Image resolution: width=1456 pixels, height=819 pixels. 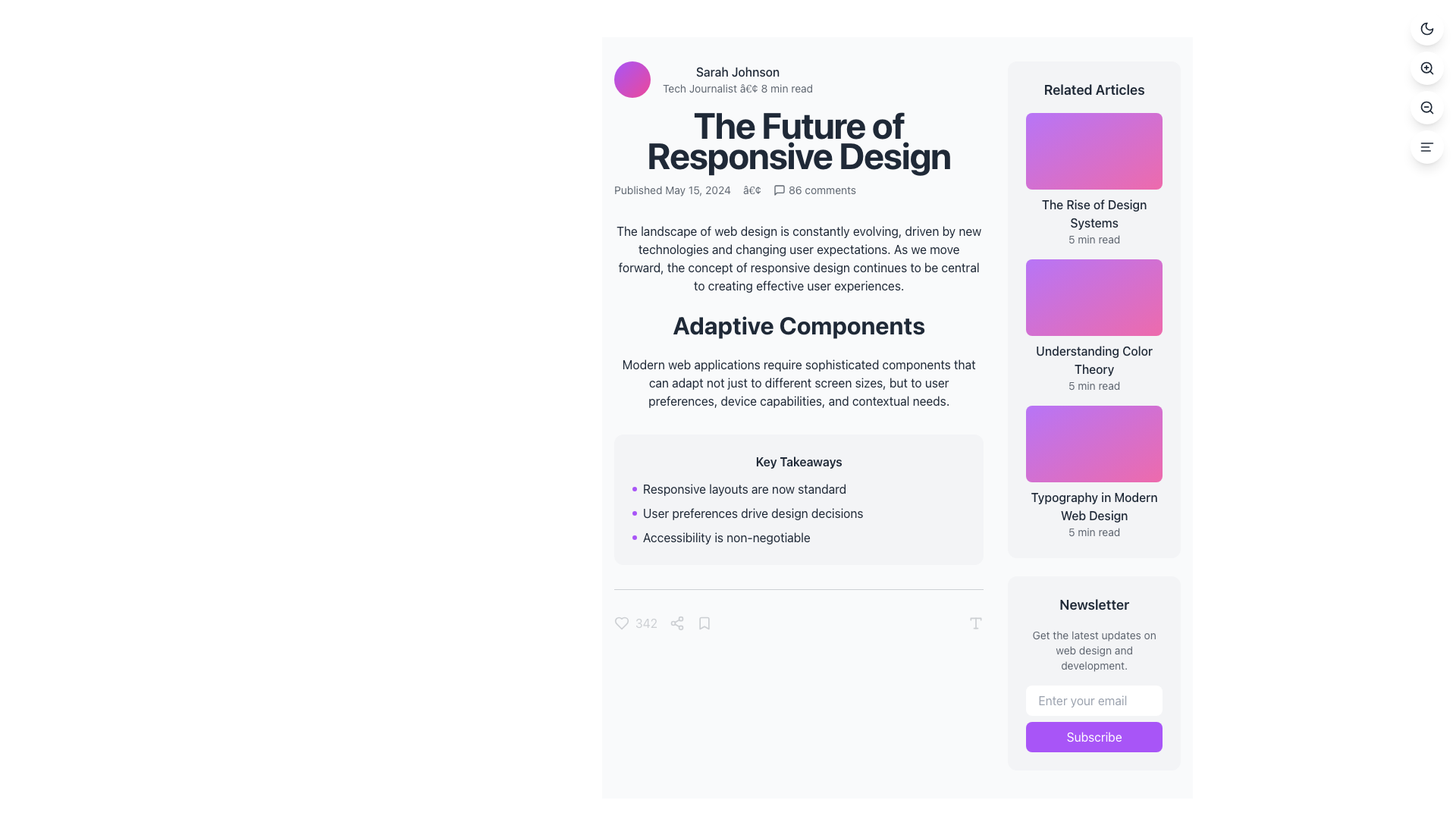 What do you see at coordinates (1094, 297) in the screenshot?
I see `the Image Placeholder for the 'Understanding Color Theory' article in the 'Related Articles' section` at bounding box center [1094, 297].